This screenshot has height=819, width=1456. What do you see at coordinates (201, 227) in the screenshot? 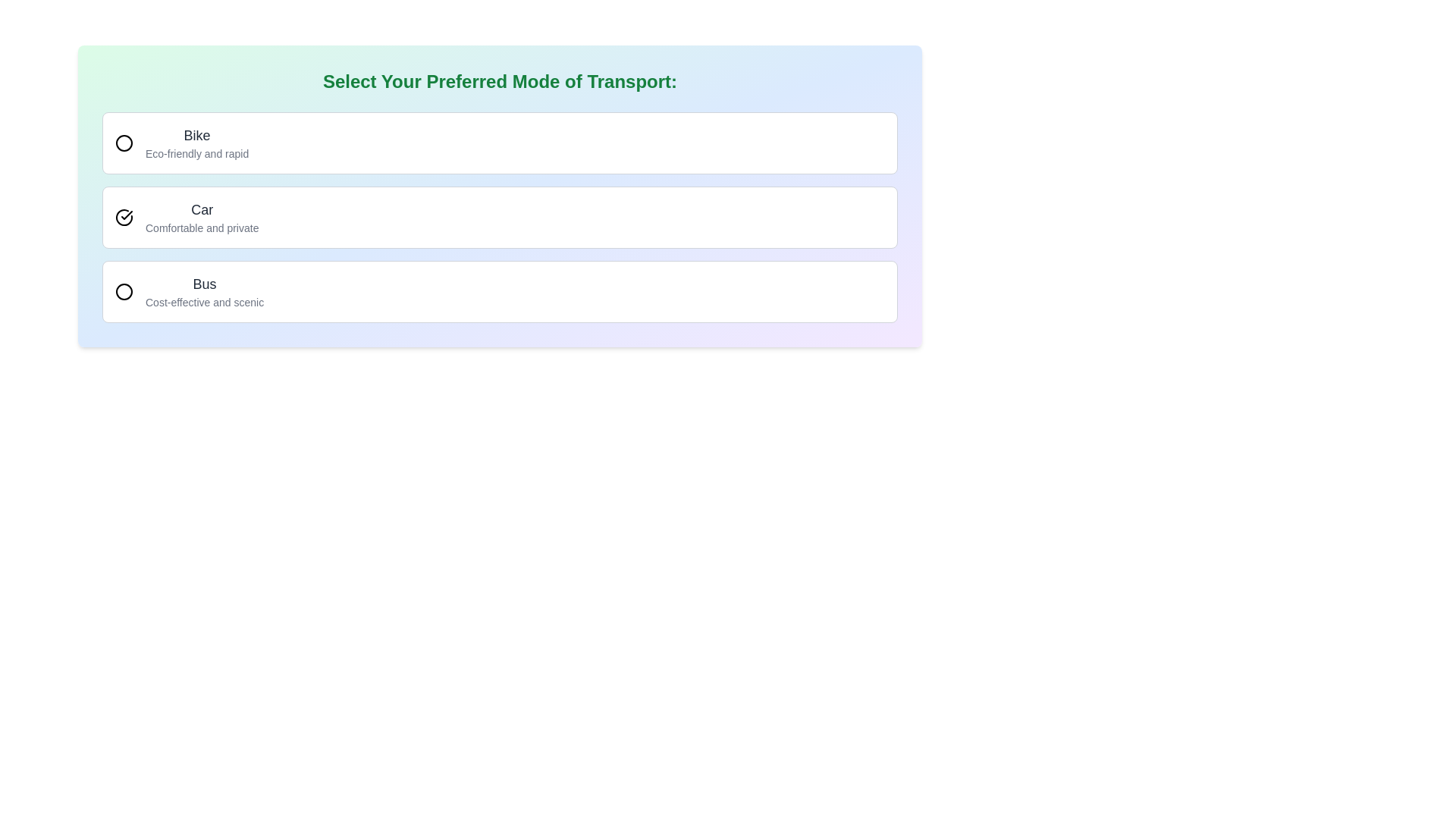
I see `the text label that provides additional information about the 'Car' selection option, located directly below the 'Car' text in the second selectable option of the list` at bounding box center [201, 227].